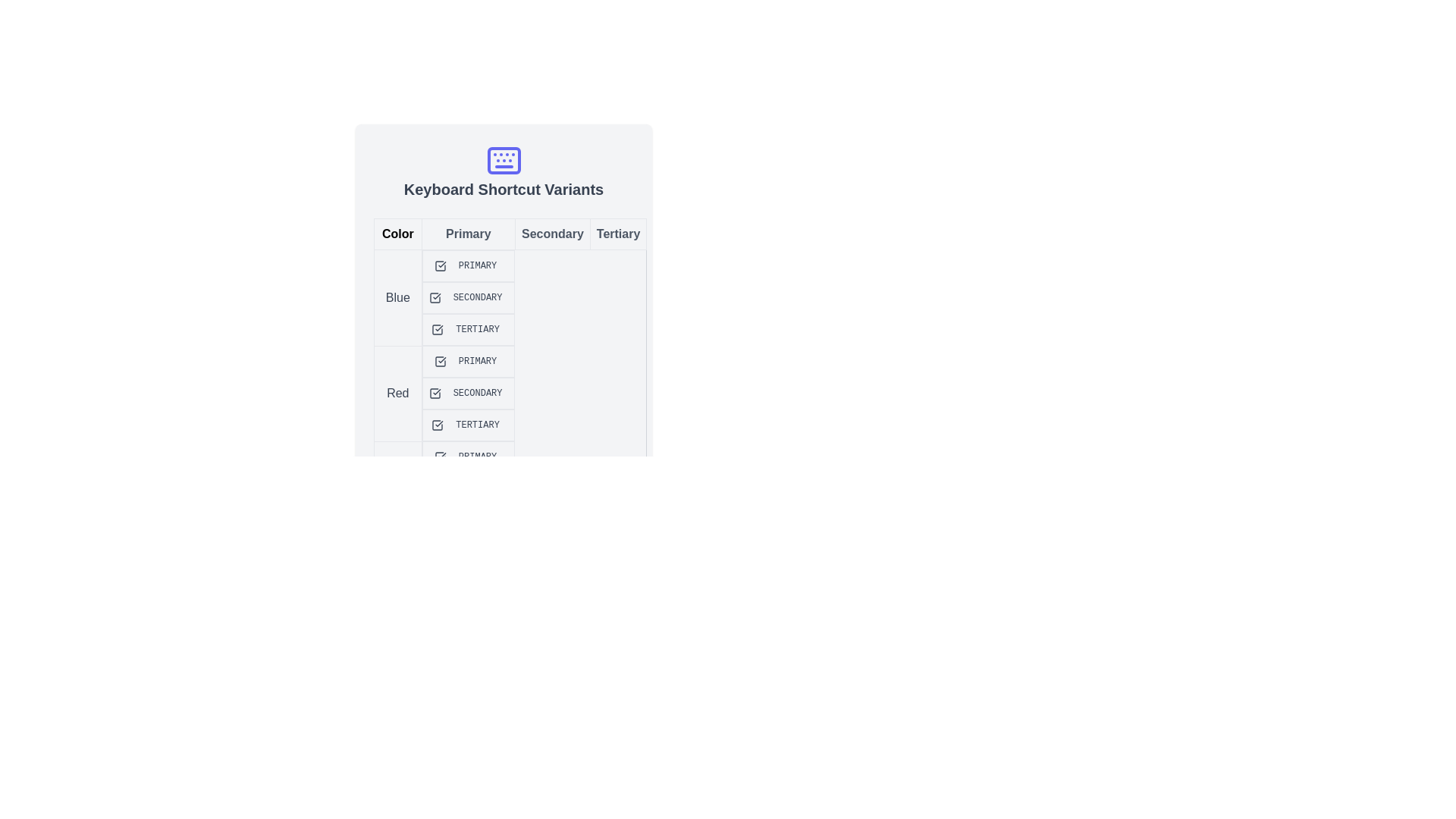 This screenshot has height=819, width=1456. I want to click on the 'Color' label, which is the first element in a series of four horizontally aligned sections beneath the 'Keyboard Shortcut Variants' heading, so click(397, 234).